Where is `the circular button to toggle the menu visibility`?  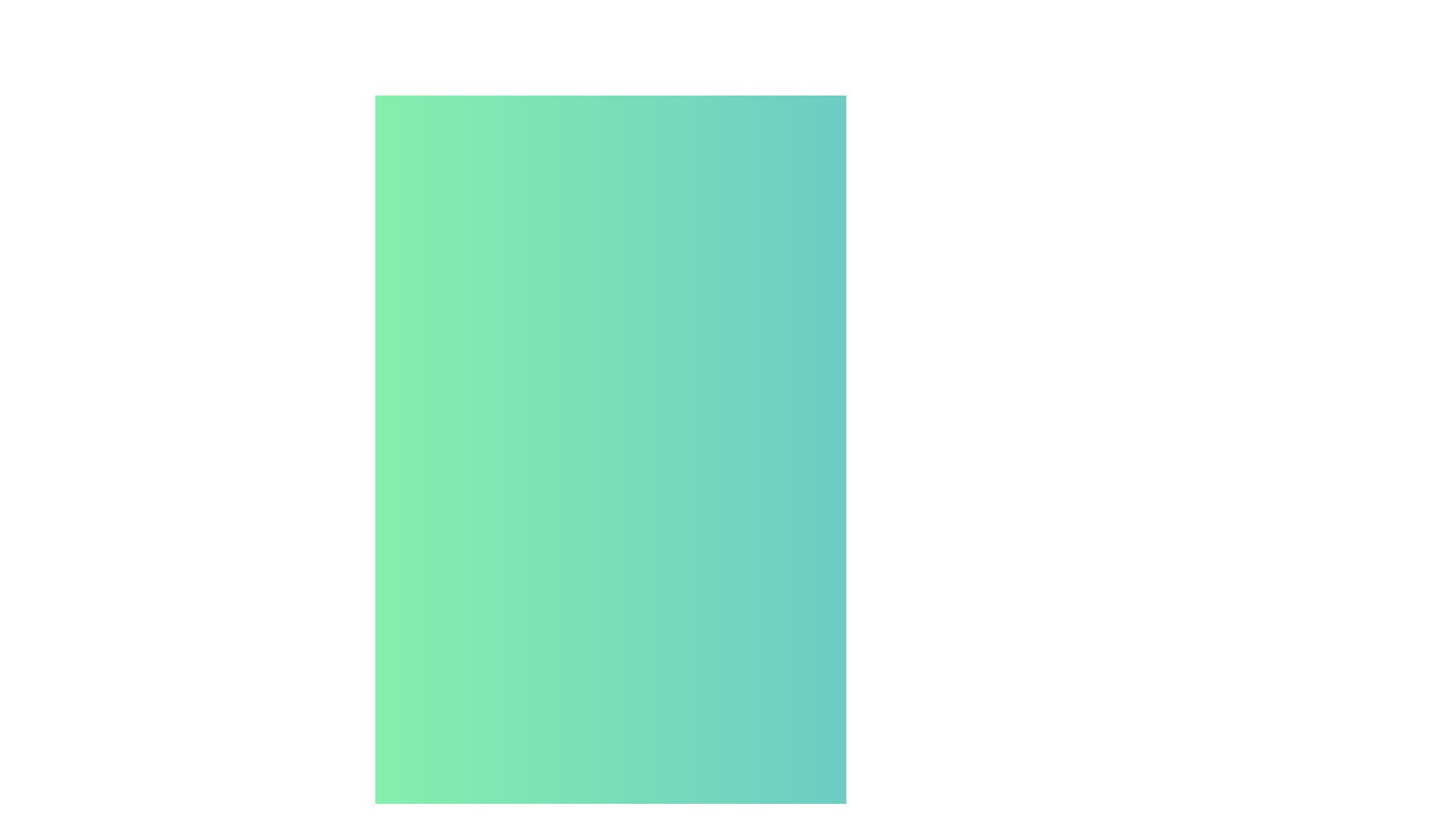
the circular button to toggle the menu visibility is located at coordinates (1103, 505).